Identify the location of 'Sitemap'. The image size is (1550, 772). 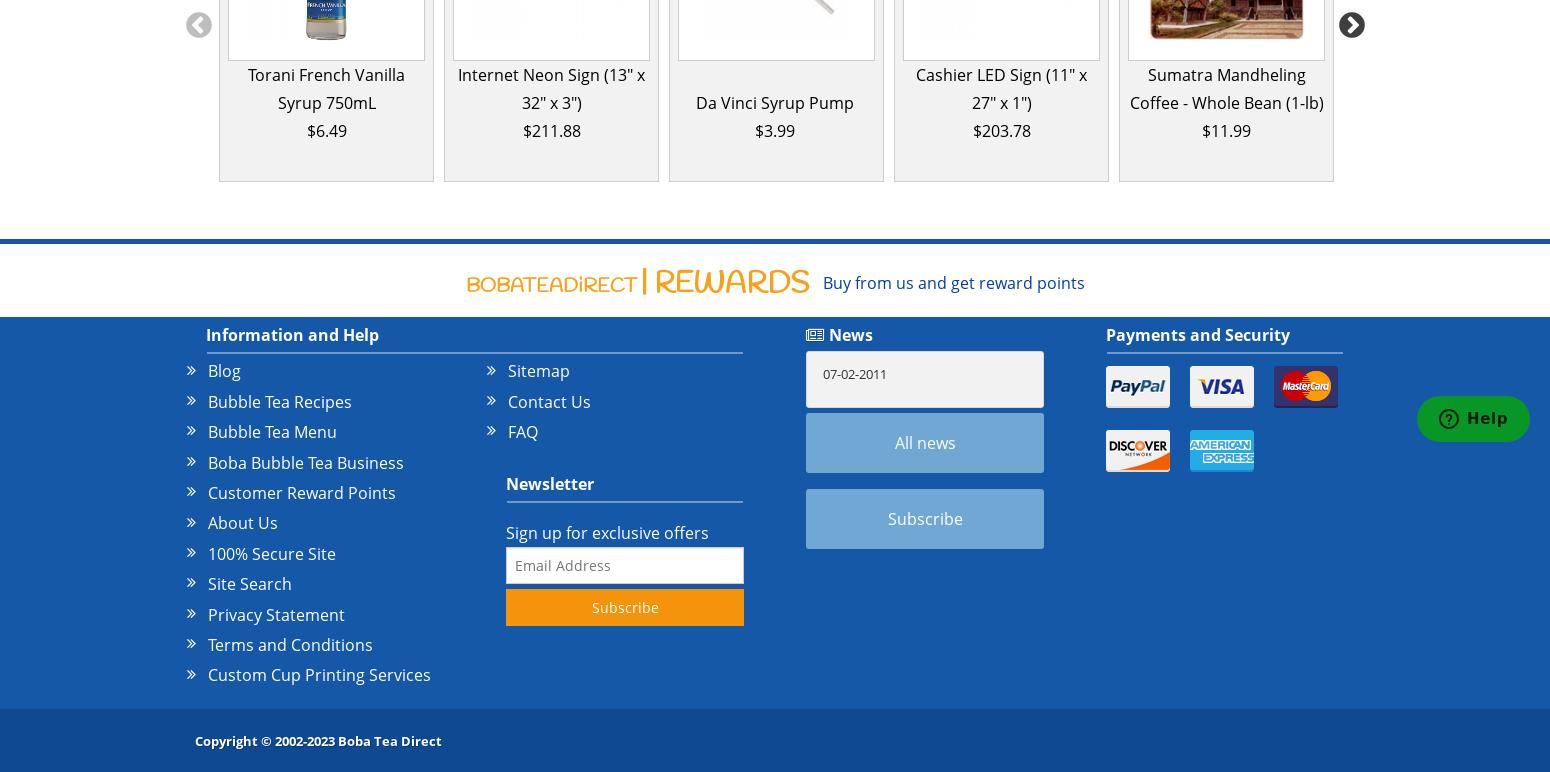
(537, 370).